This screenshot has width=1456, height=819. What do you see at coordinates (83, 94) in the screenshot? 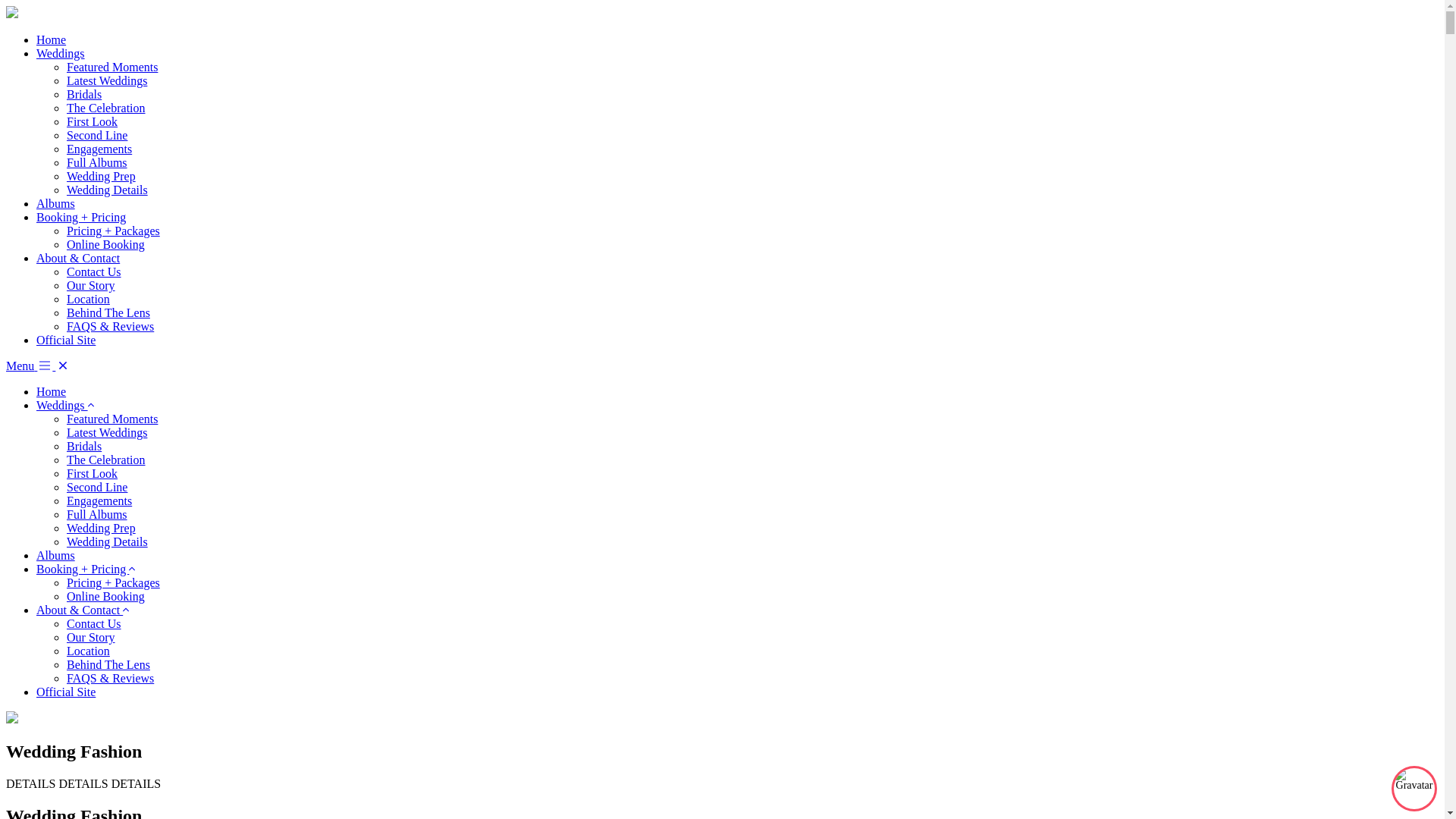
I see `'Bridals'` at bounding box center [83, 94].